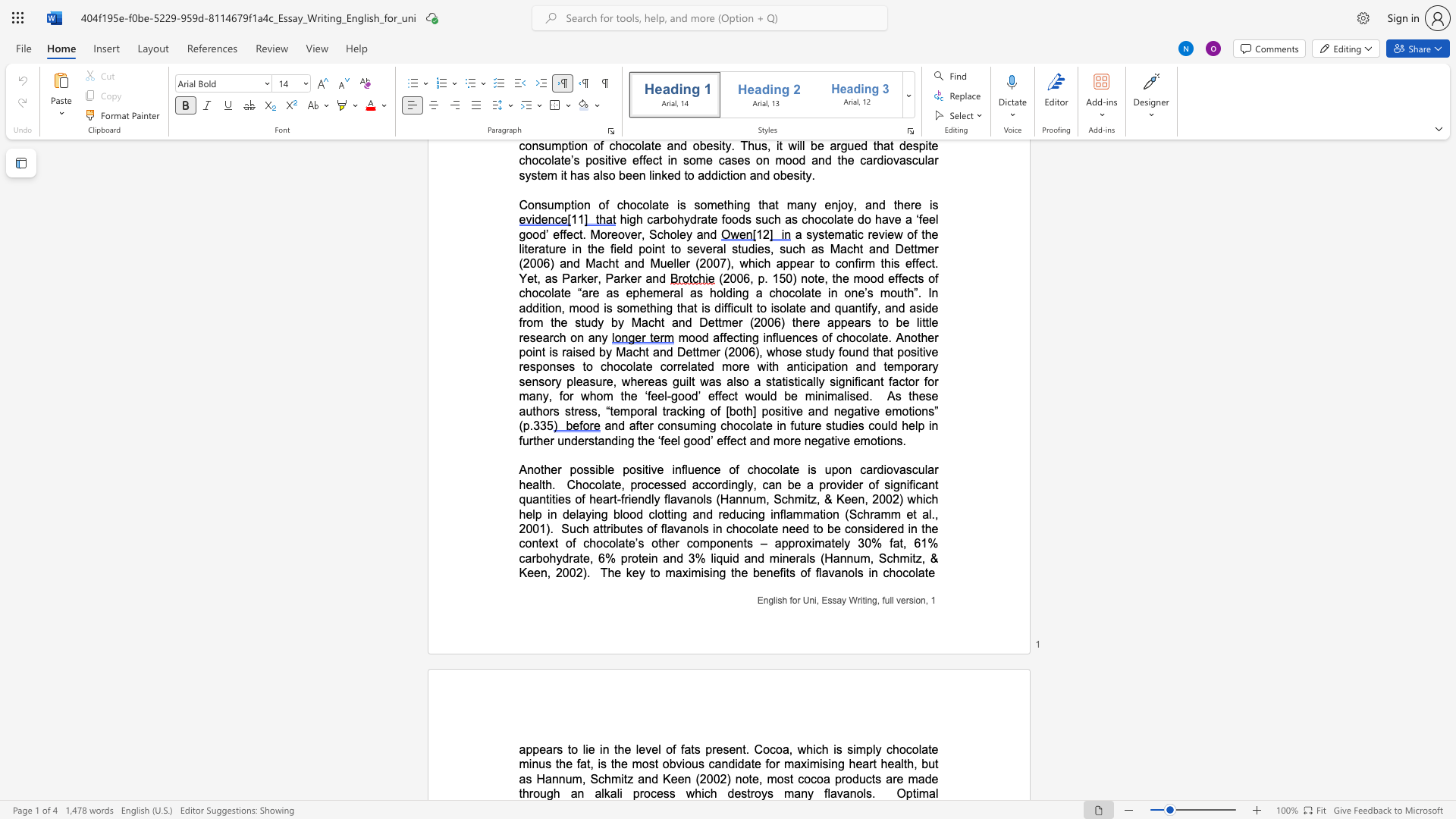 This screenshot has width=1456, height=819. What do you see at coordinates (907, 764) in the screenshot?
I see `the subset text "h, but as Hannum, Schmitz and Keen (200" within the text "appears to lie in the level of fats present. Cocoa, which is simply chocolate minus the fat, is the most obvious candidate for maximising heart health, but as Hannum, Schmitz and Keen (2002) note, most cocoa products are made through an alkali process which destroys many flavanols"` at bounding box center [907, 764].